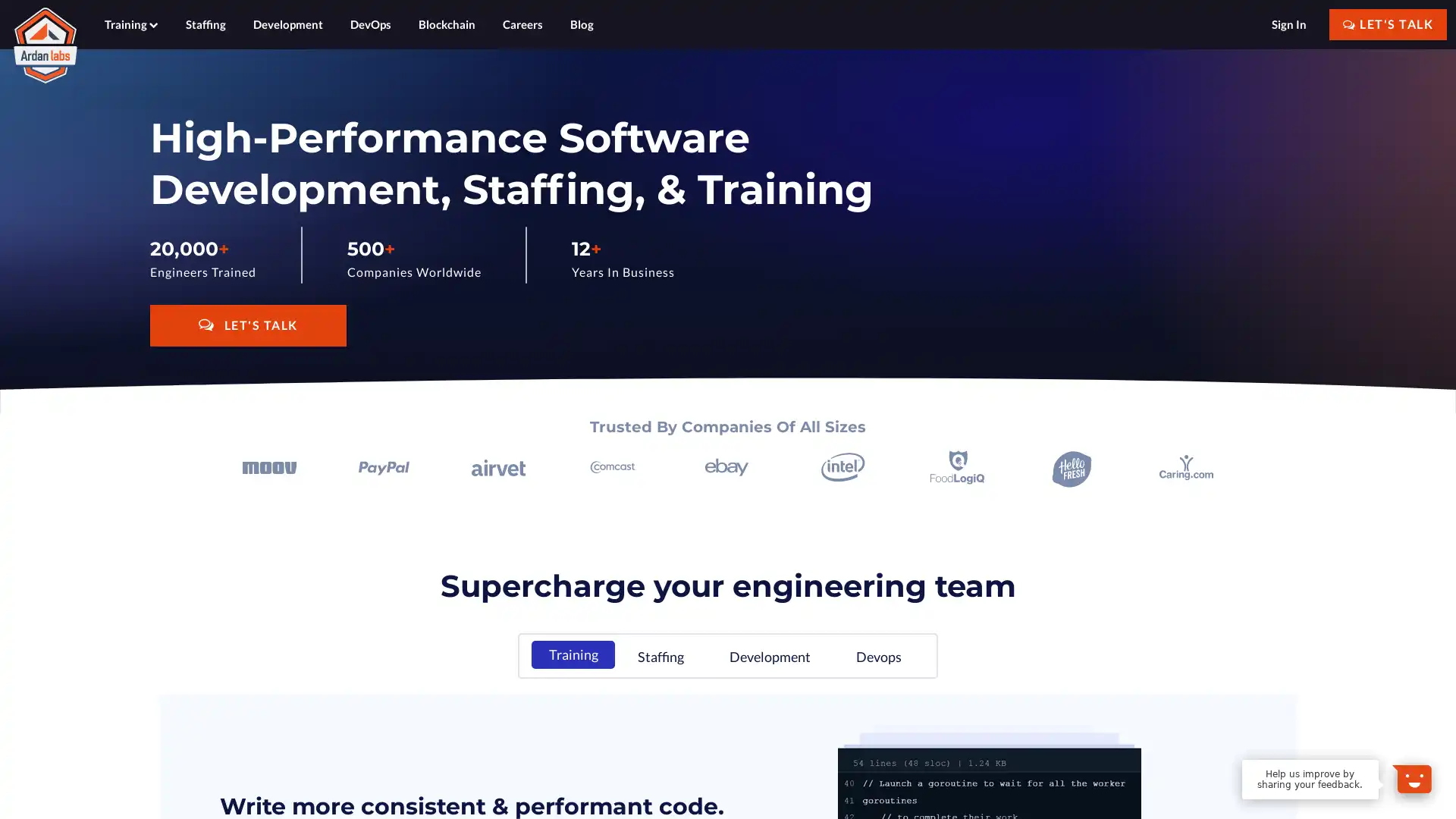  I want to click on Dismiss Message, so click(1376, 761).